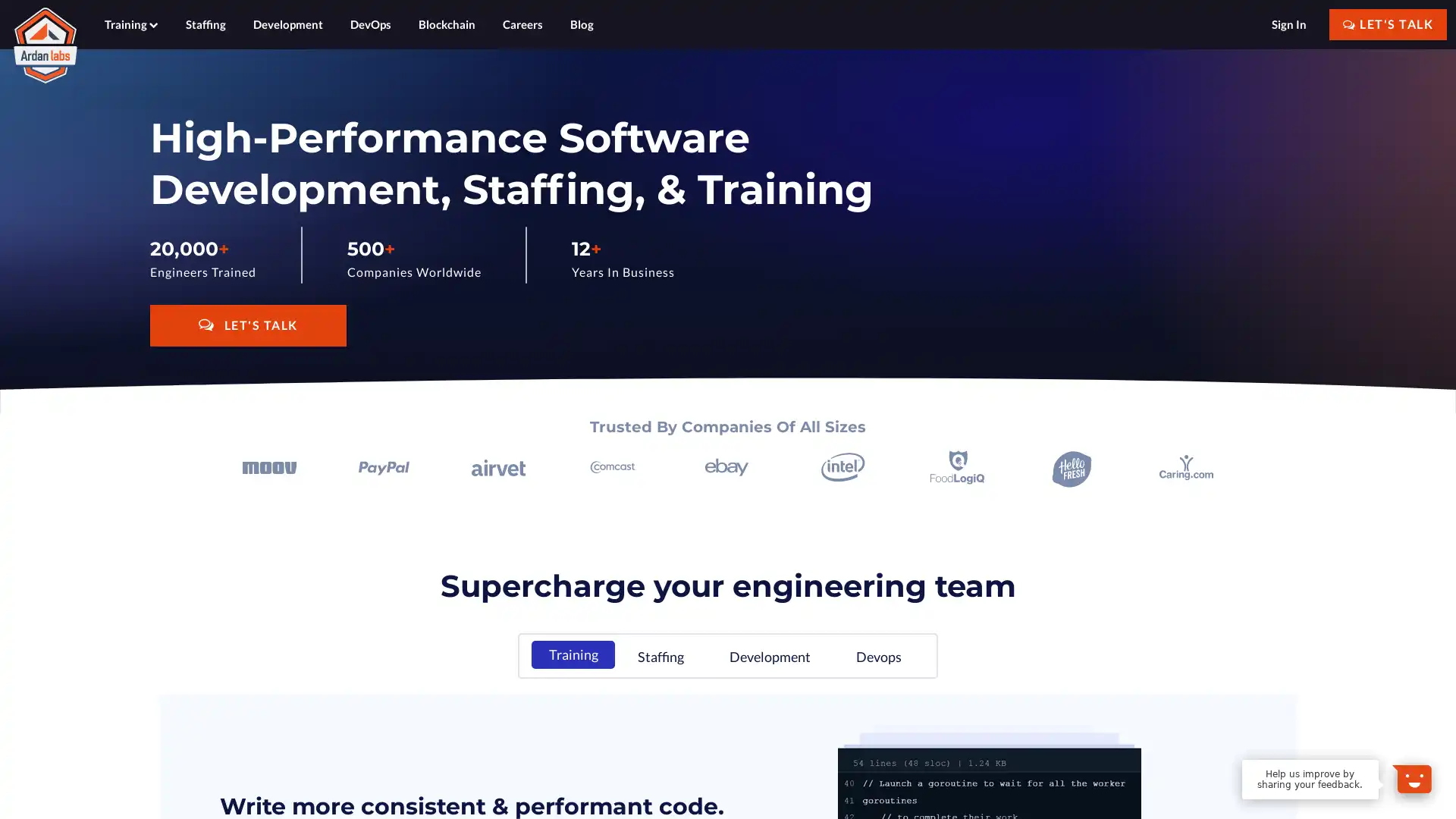  I want to click on Dismiss Message, so click(1376, 761).